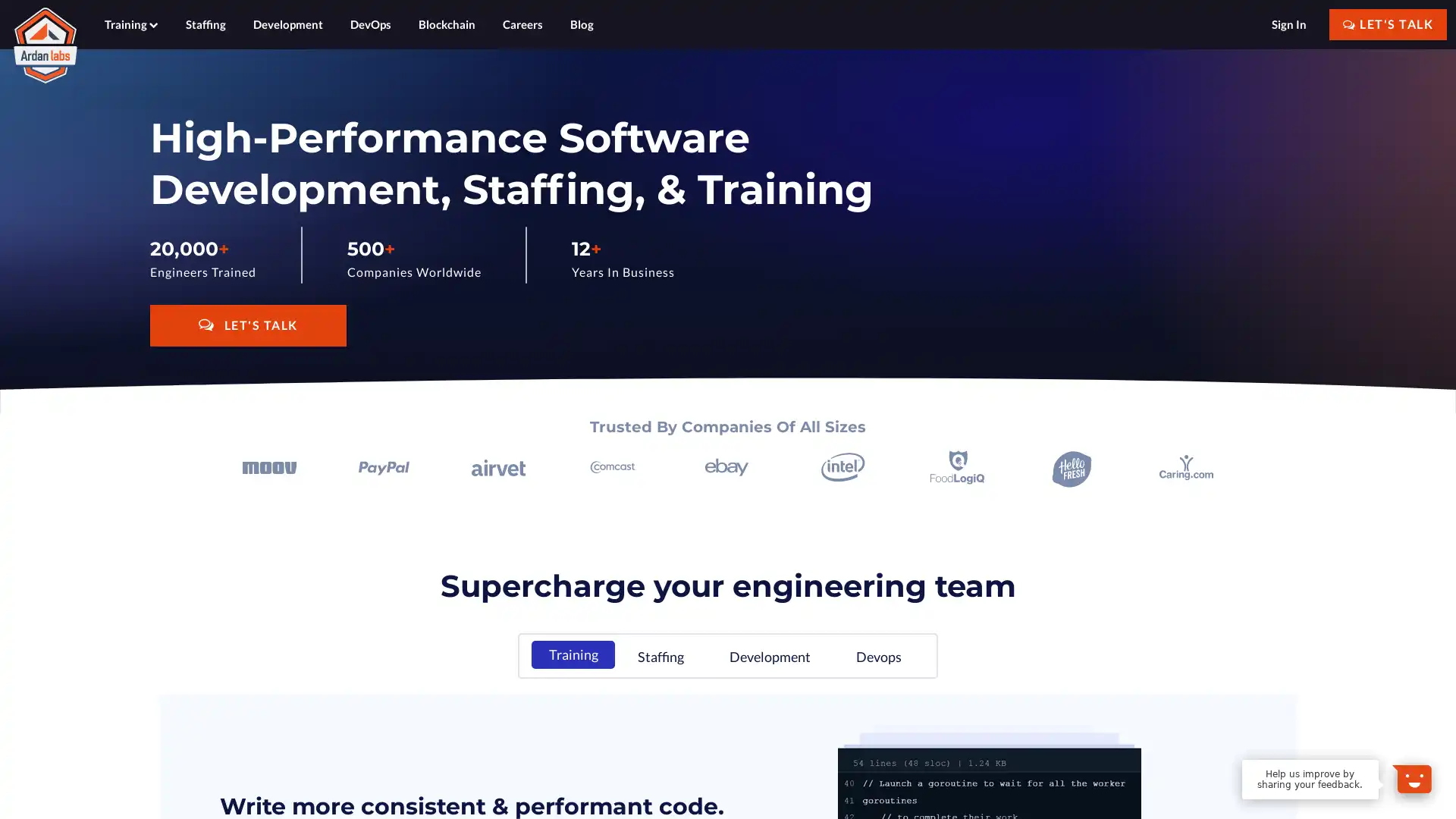  I want to click on Dismiss Message, so click(1376, 761).